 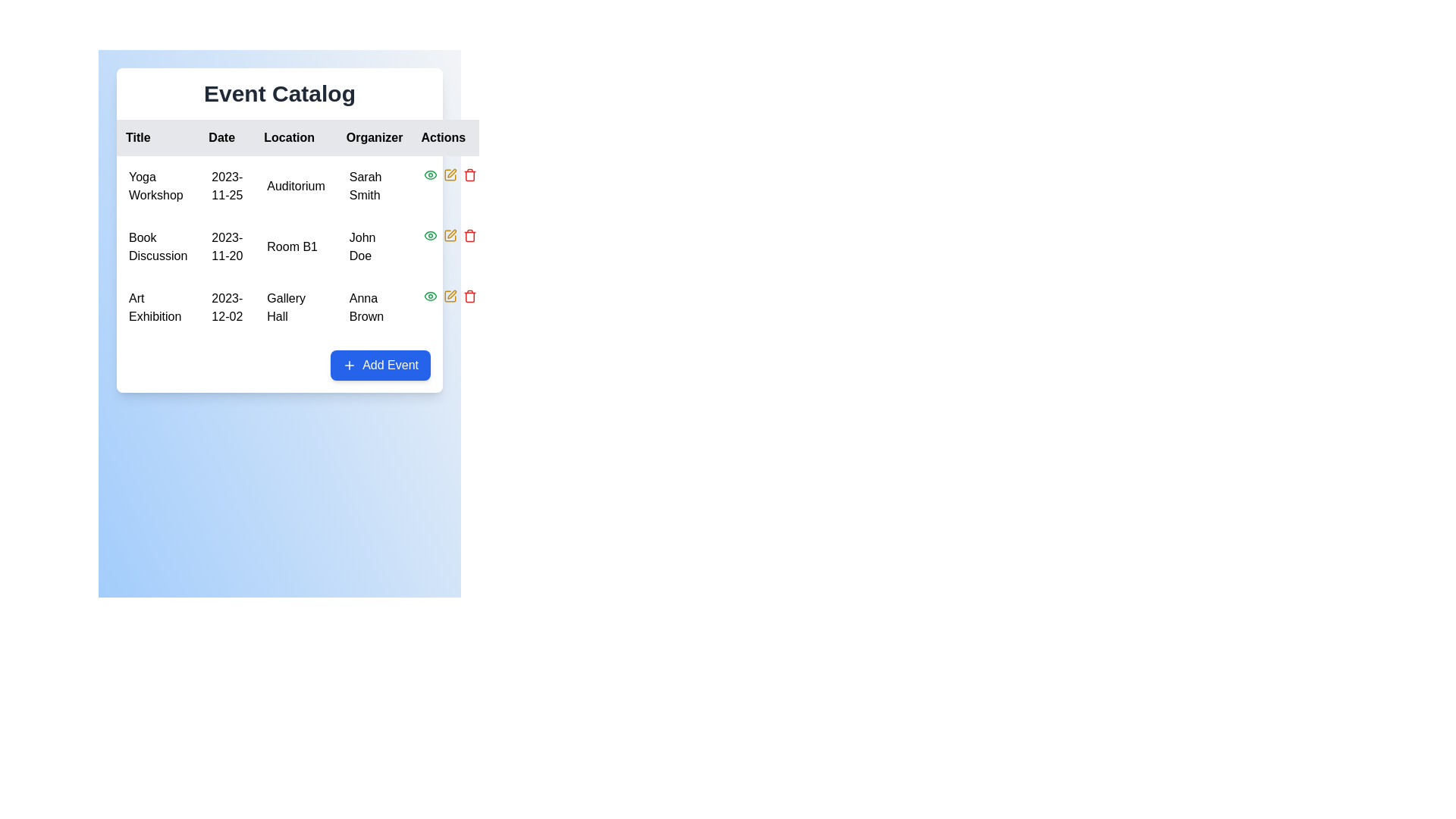 What do you see at coordinates (430, 236) in the screenshot?
I see `the green eye-shaped icon in the 'Actions' section of the 'Art Exhibition' row` at bounding box center [430, 236].